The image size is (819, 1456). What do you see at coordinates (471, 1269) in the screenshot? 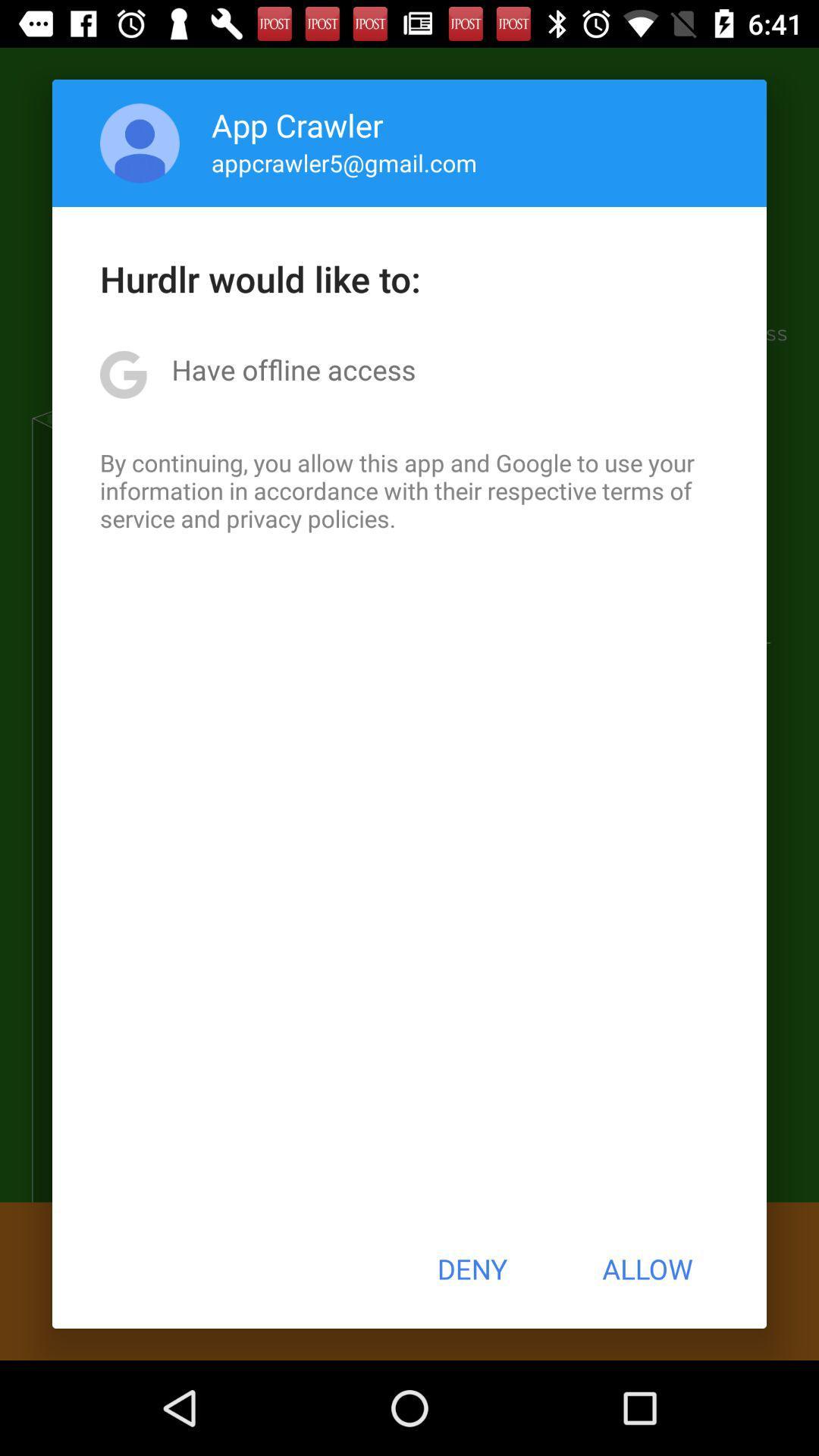
I see `deny` at bounding box center [471, 1269].